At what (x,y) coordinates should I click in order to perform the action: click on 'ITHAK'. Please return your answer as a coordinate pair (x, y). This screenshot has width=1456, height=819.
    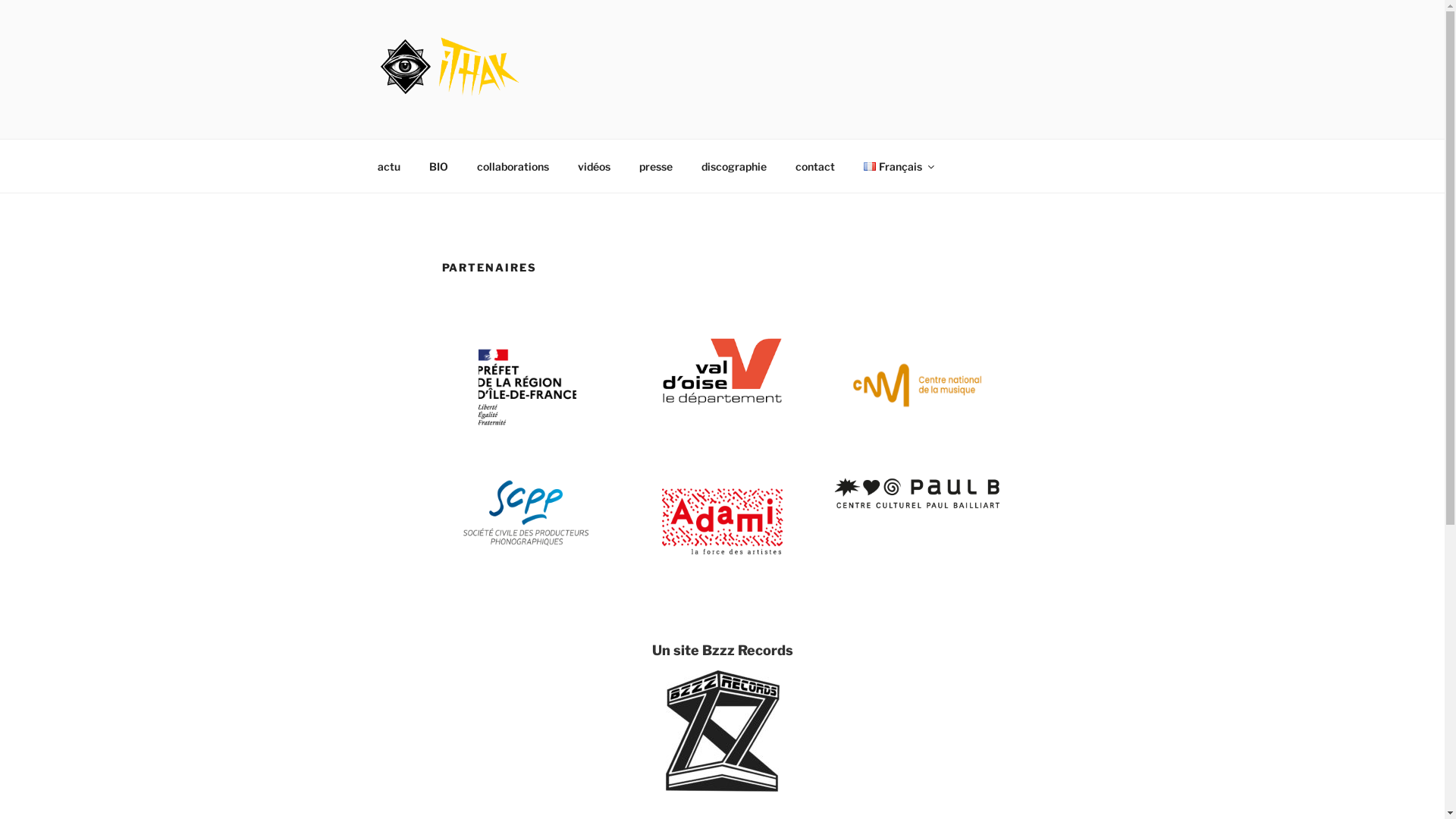
    Looking at the image, I should click on (428, 118).